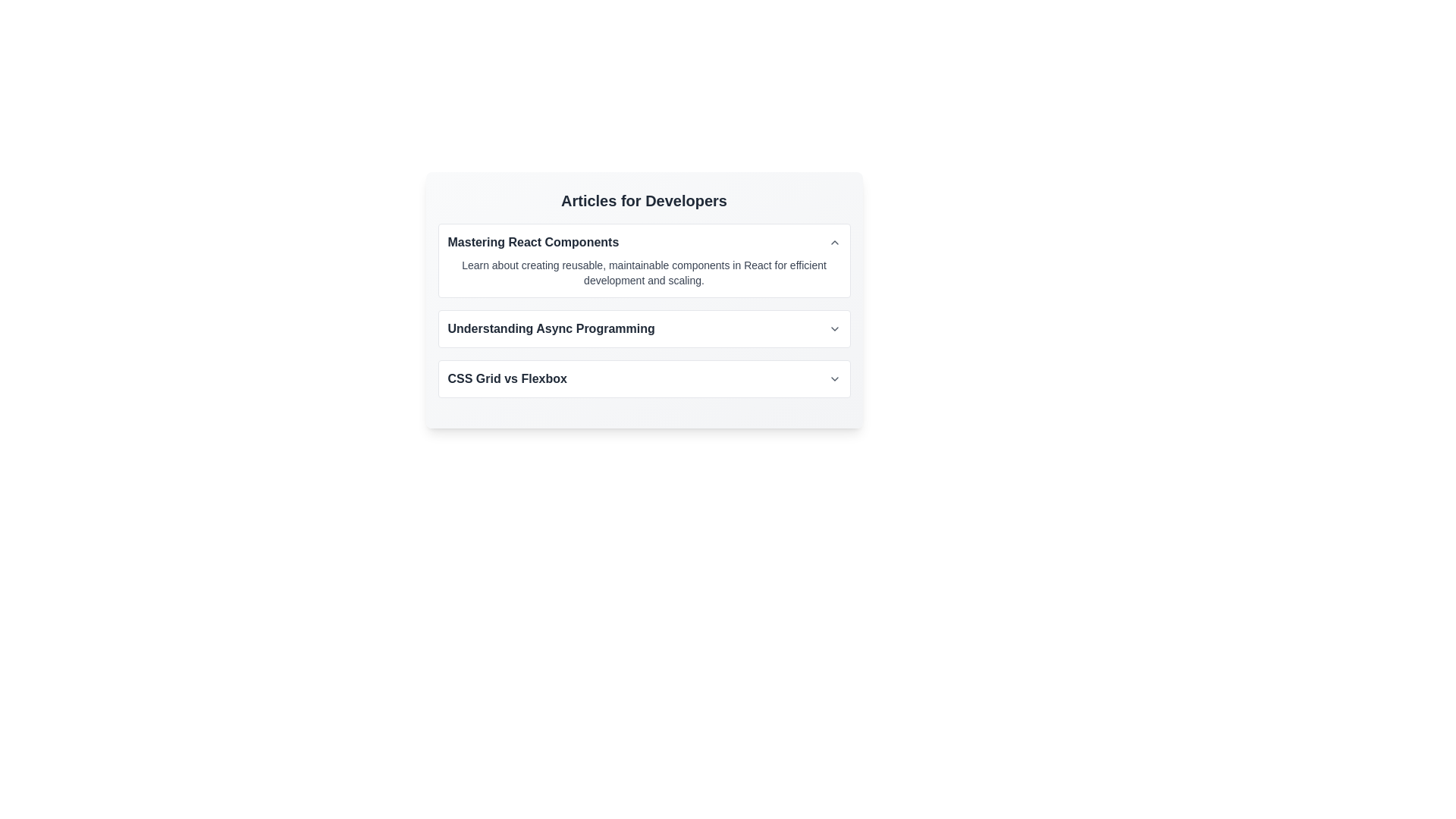 Image resolution: width=1456 pixels, height=819 pixels. I want to click on on the collapsible section header labeled 'Understanding Async Programming', so click(644, 328).